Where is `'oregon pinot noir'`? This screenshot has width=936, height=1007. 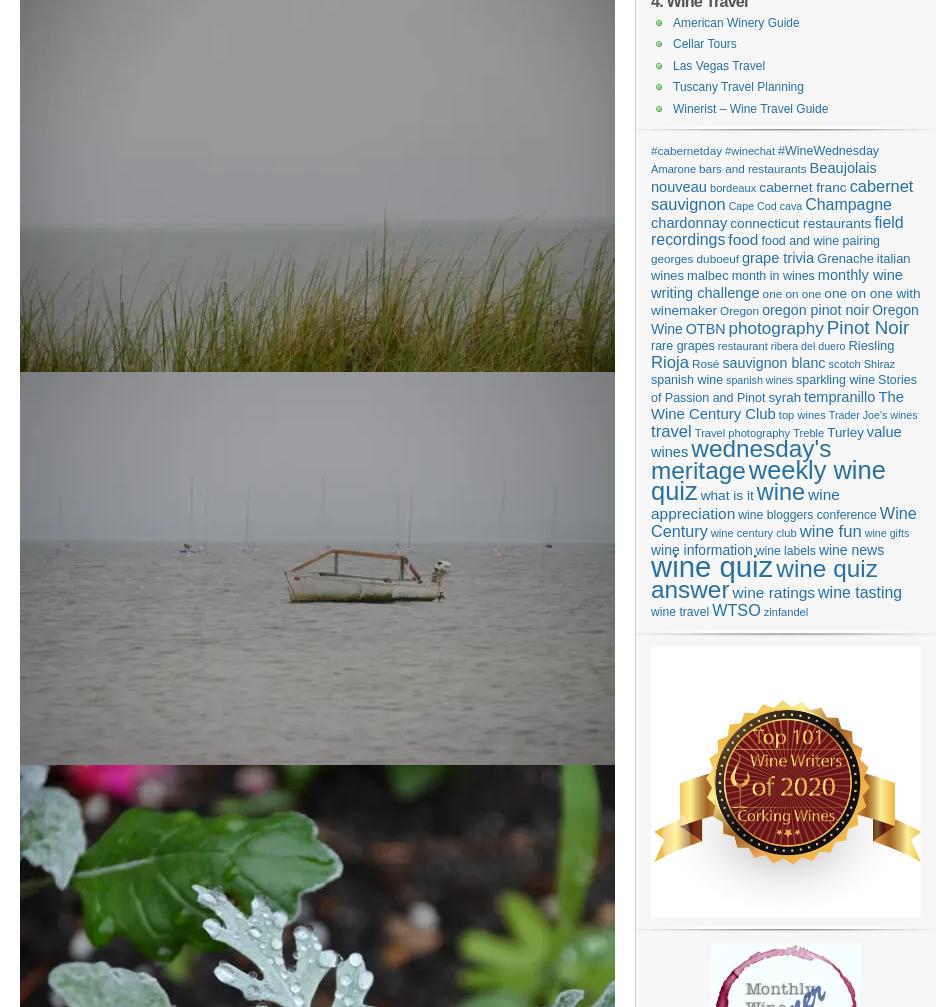
'oregon pinot noir' is located at coordinates (814, 309).